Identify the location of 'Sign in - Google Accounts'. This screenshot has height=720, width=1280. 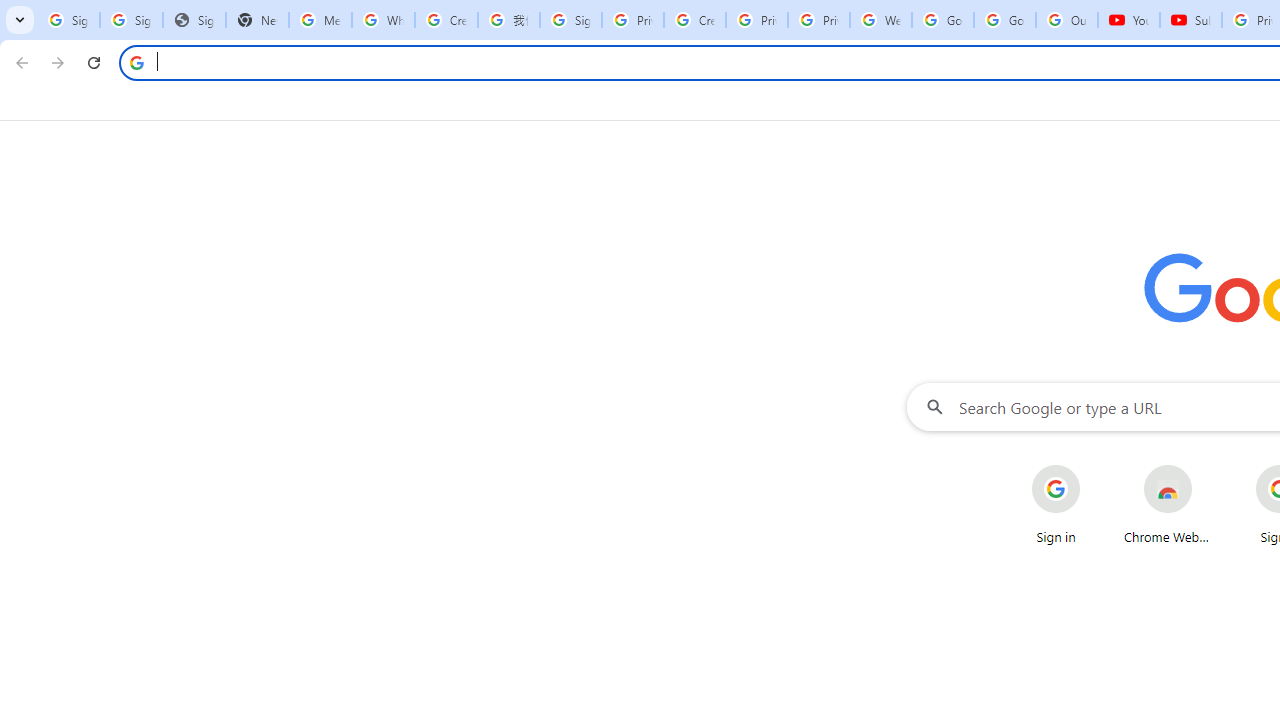
(569, 20).